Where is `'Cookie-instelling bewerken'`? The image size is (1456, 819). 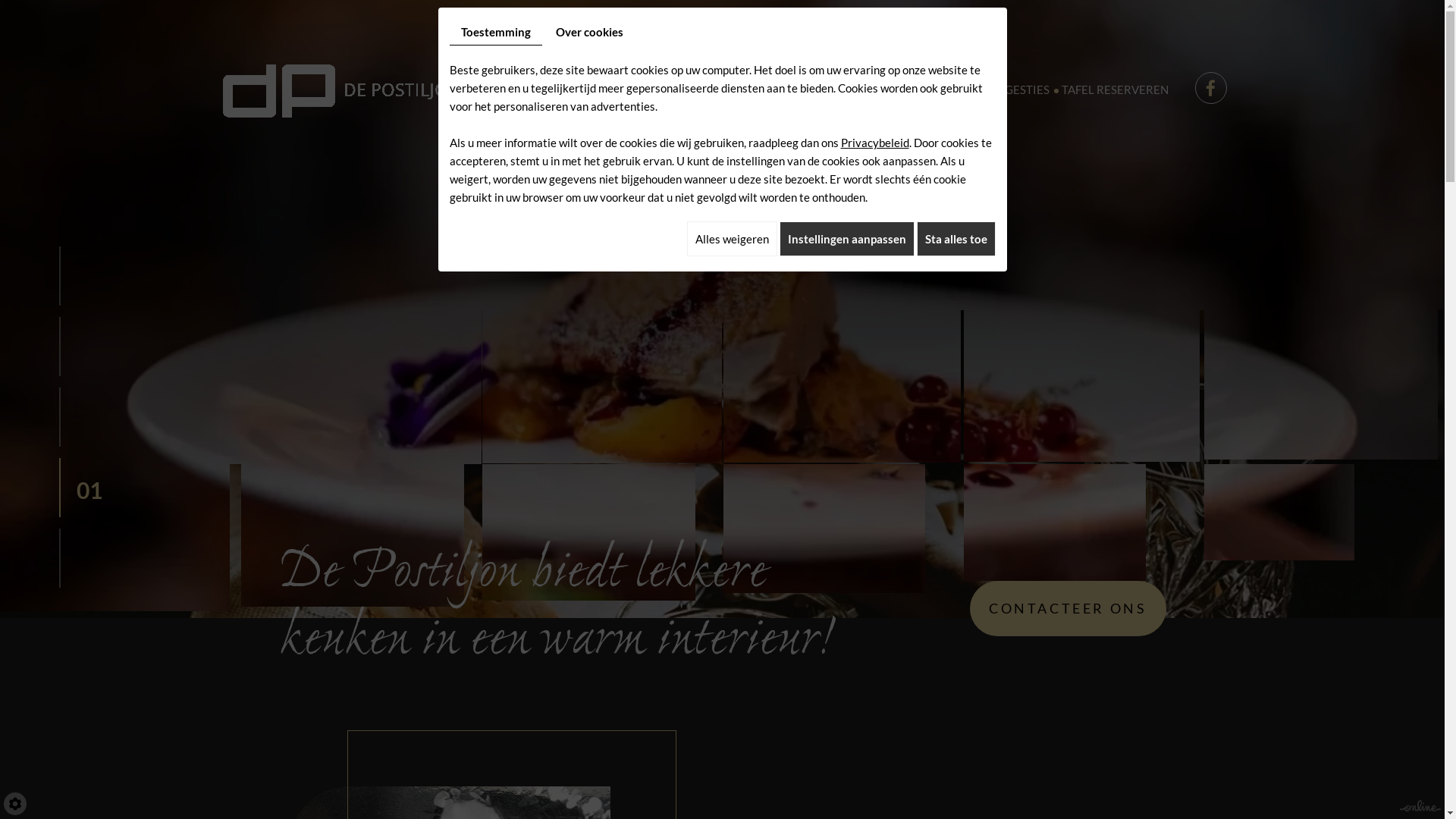
'Cookie-instelling bewerken' is located at coordinates (14, 803).